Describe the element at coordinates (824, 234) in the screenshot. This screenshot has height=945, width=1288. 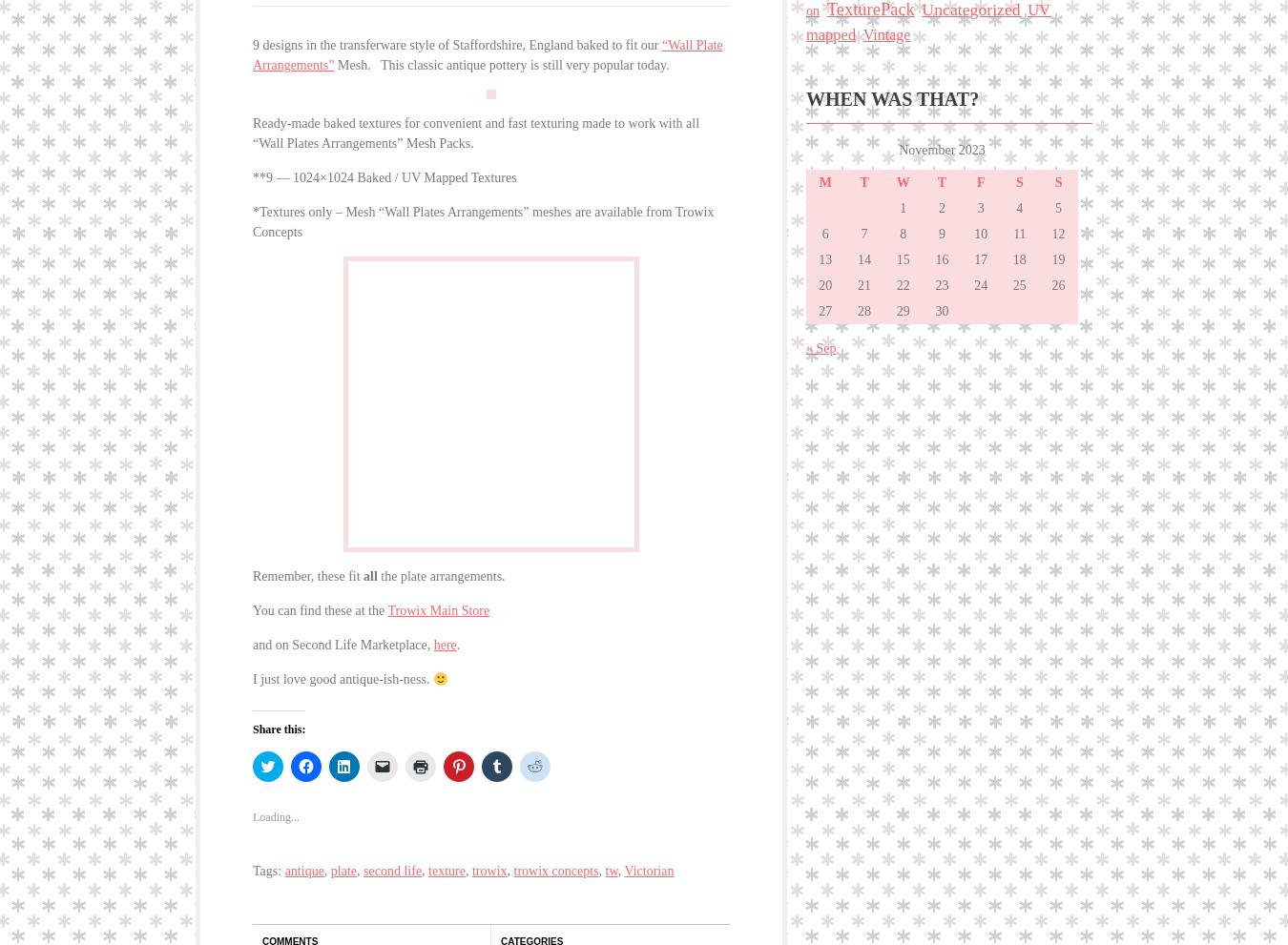
I see `'6'` at that location.